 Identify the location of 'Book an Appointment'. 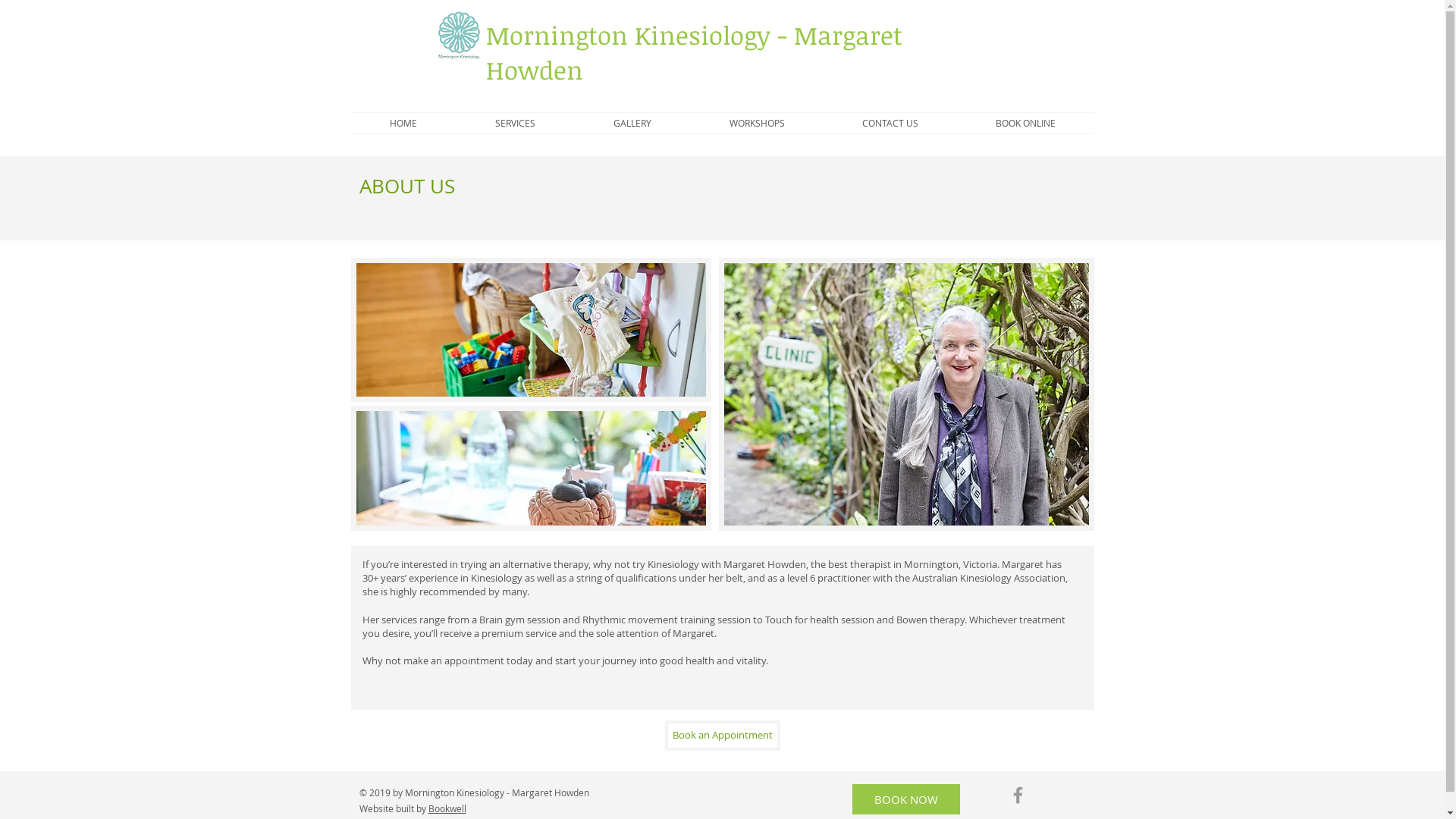
(720, 734).